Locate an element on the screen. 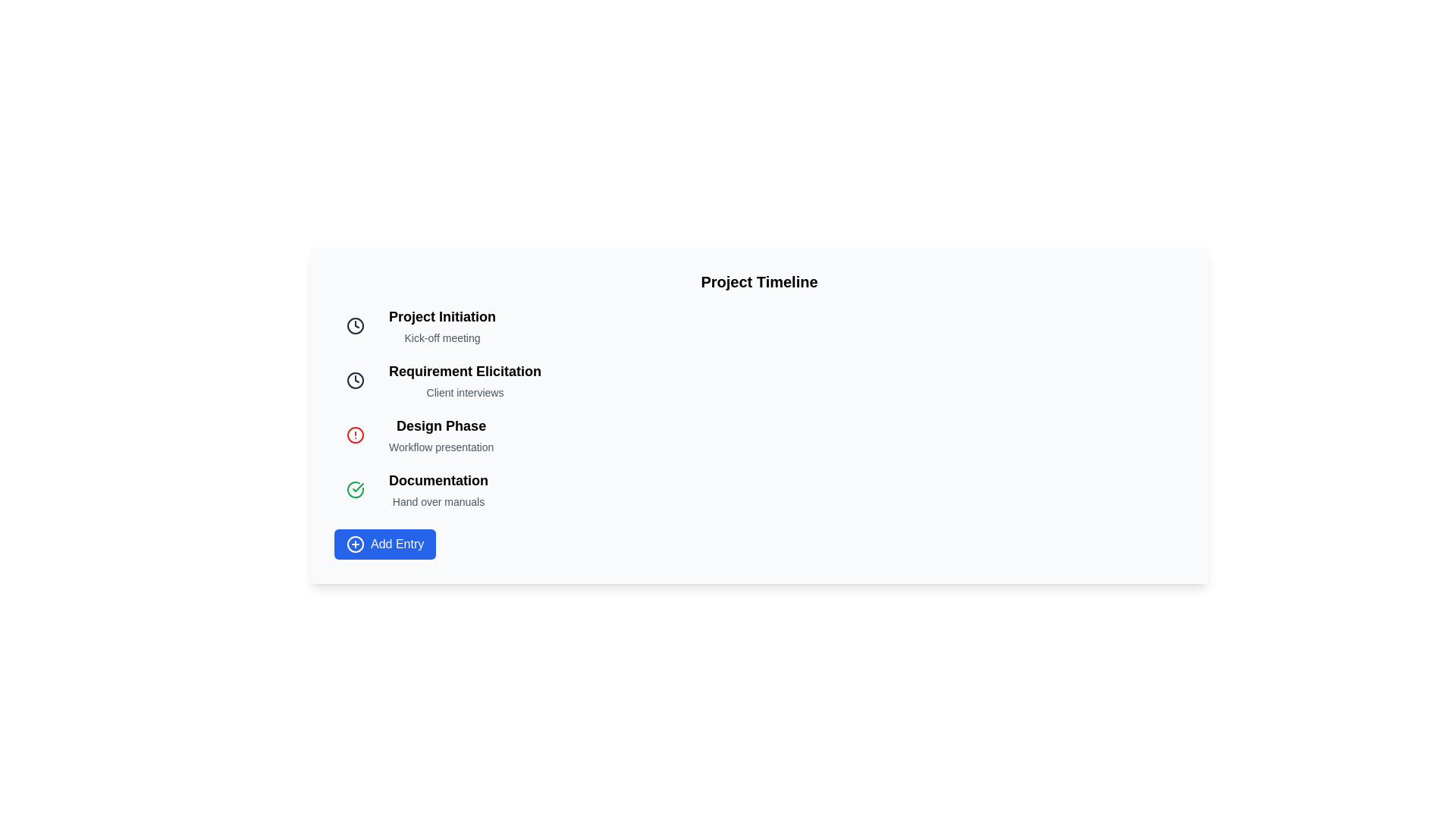  the 'Requirement Elicitation' icon located on the second row of the list in the UI, which signifies time or duration for this phase is located at coordinates (355, 325).